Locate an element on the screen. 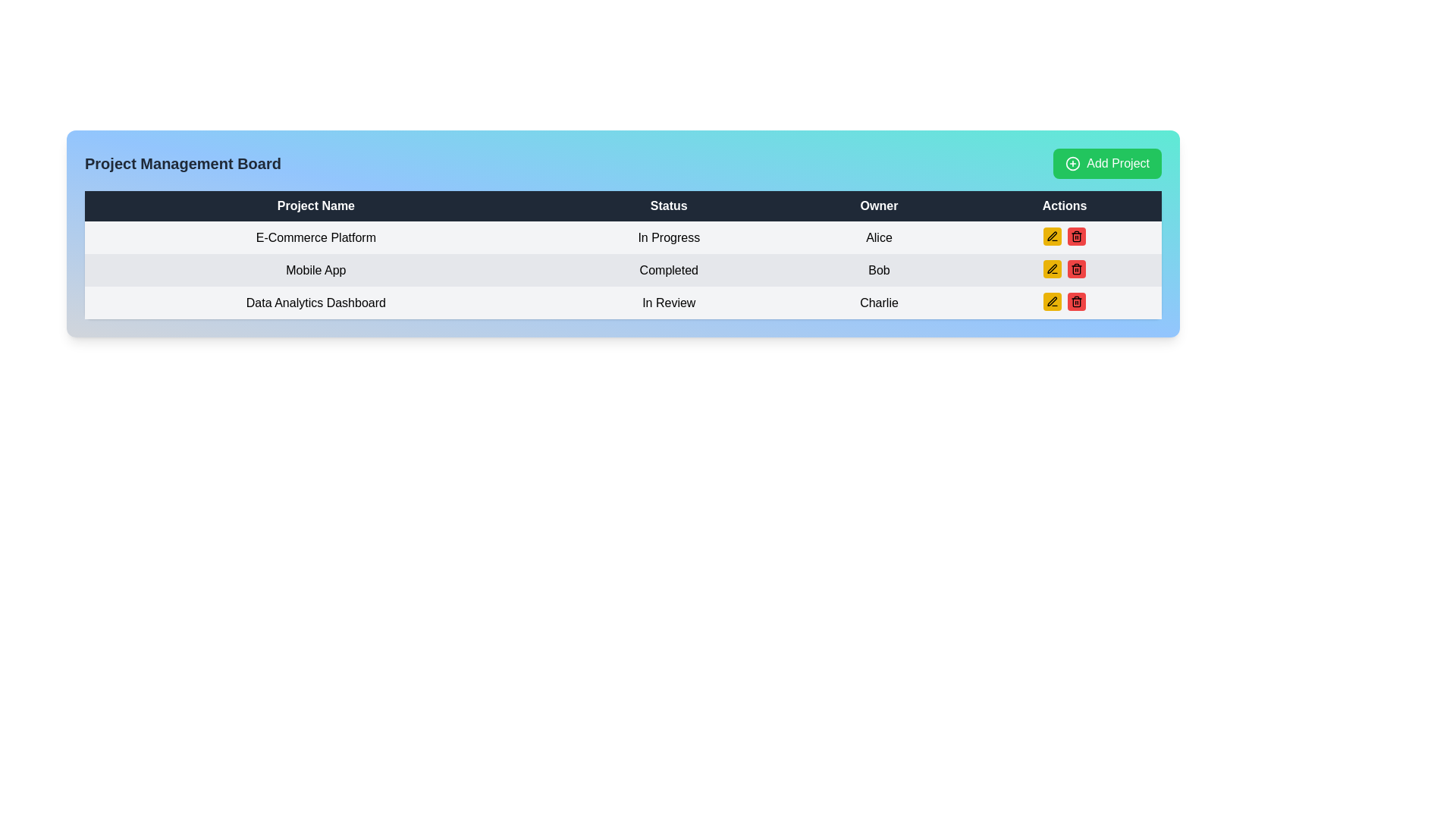 This screenshot has height=819, width=1456. the edit button in the Actions column for the row associated with Alice is located at coordinates (1051, 237).